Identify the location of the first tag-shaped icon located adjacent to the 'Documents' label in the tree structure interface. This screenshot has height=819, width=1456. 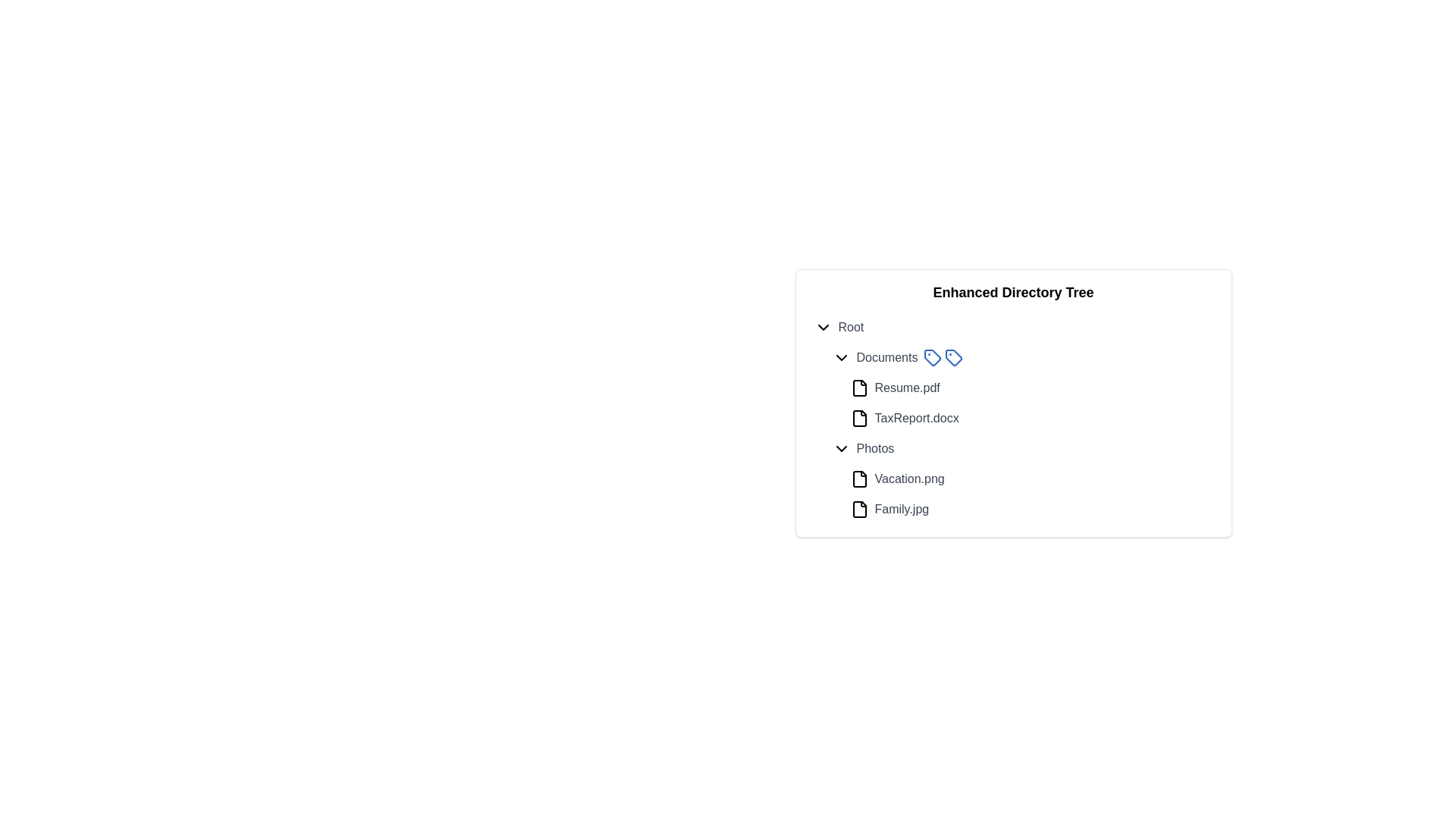
(932, 357).